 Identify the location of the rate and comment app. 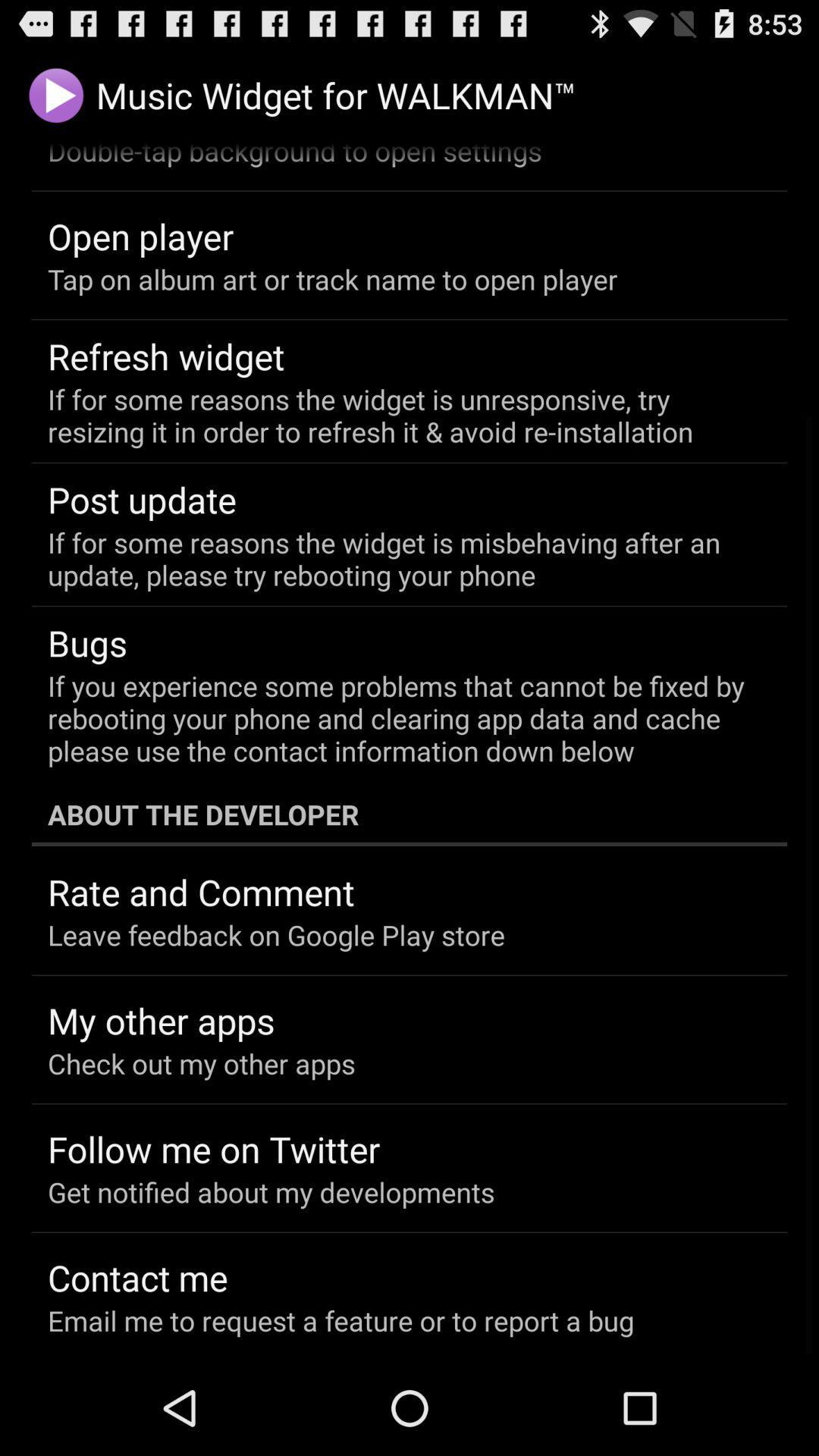
(200, 892).